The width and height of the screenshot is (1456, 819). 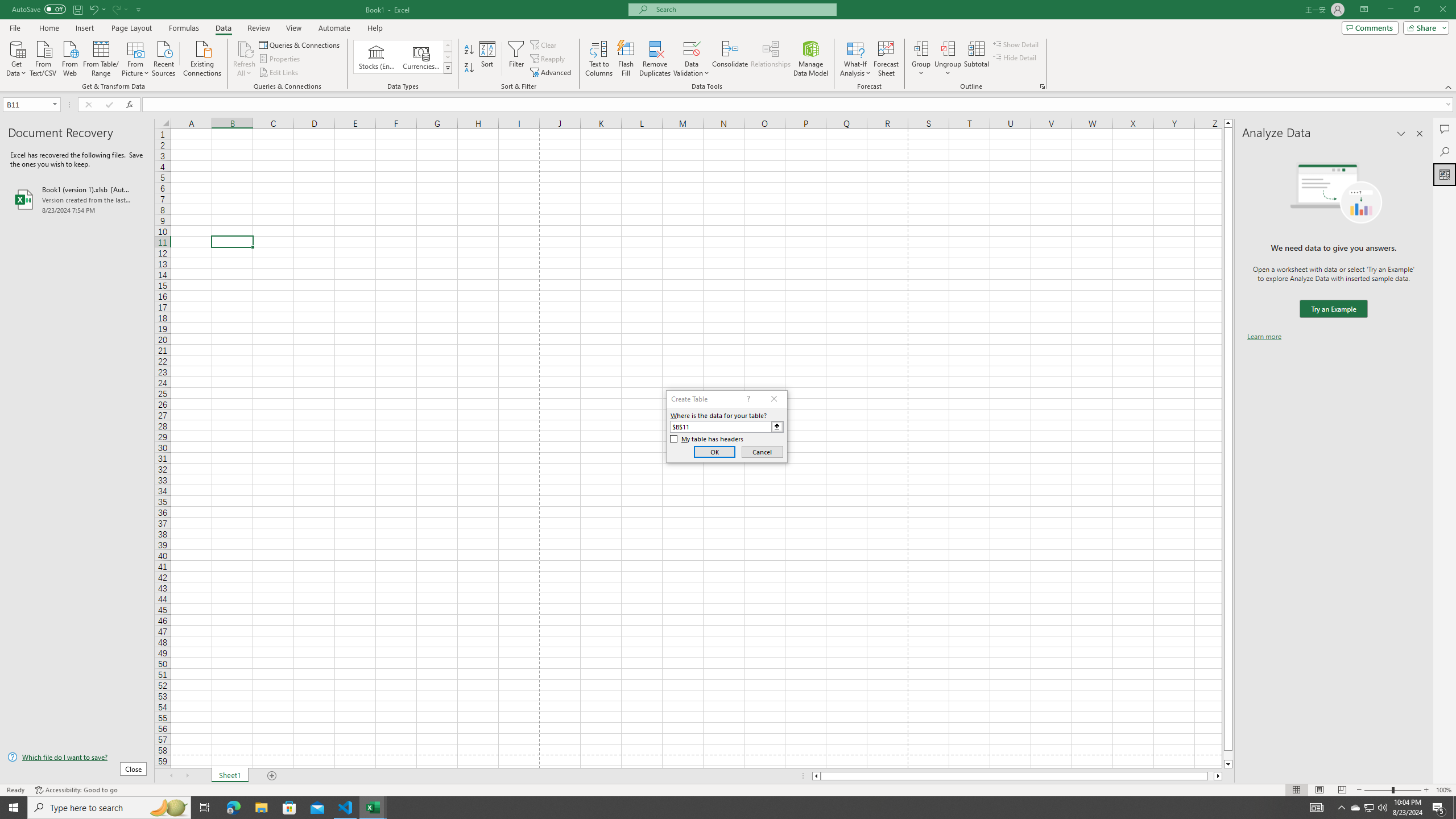 What do you see at coordinates (855, 59) in the screenshot?
I see `'What-If Analysis'` at bounding box center [855, 59].